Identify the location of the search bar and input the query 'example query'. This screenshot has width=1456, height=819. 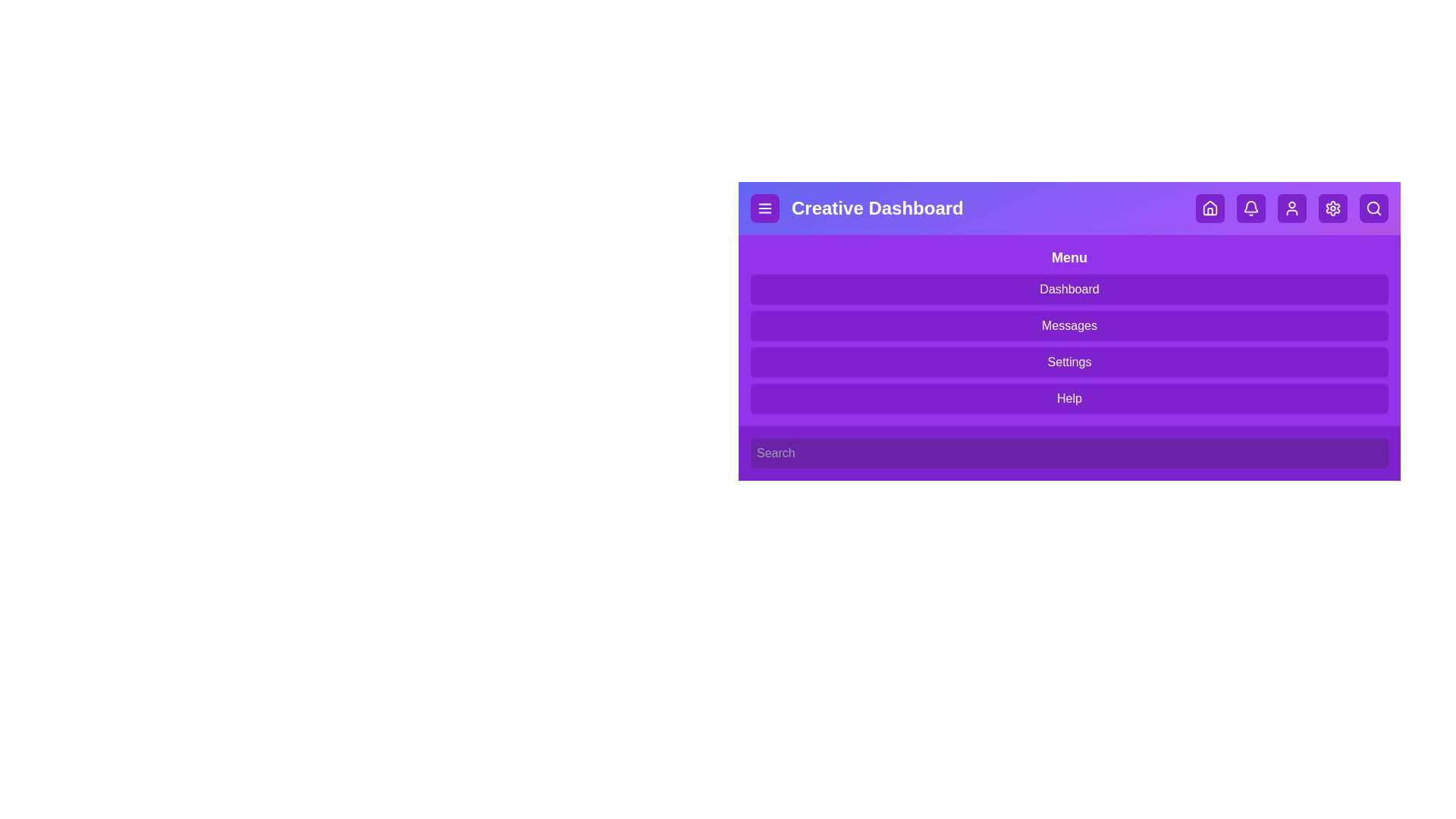
(1068, 452).